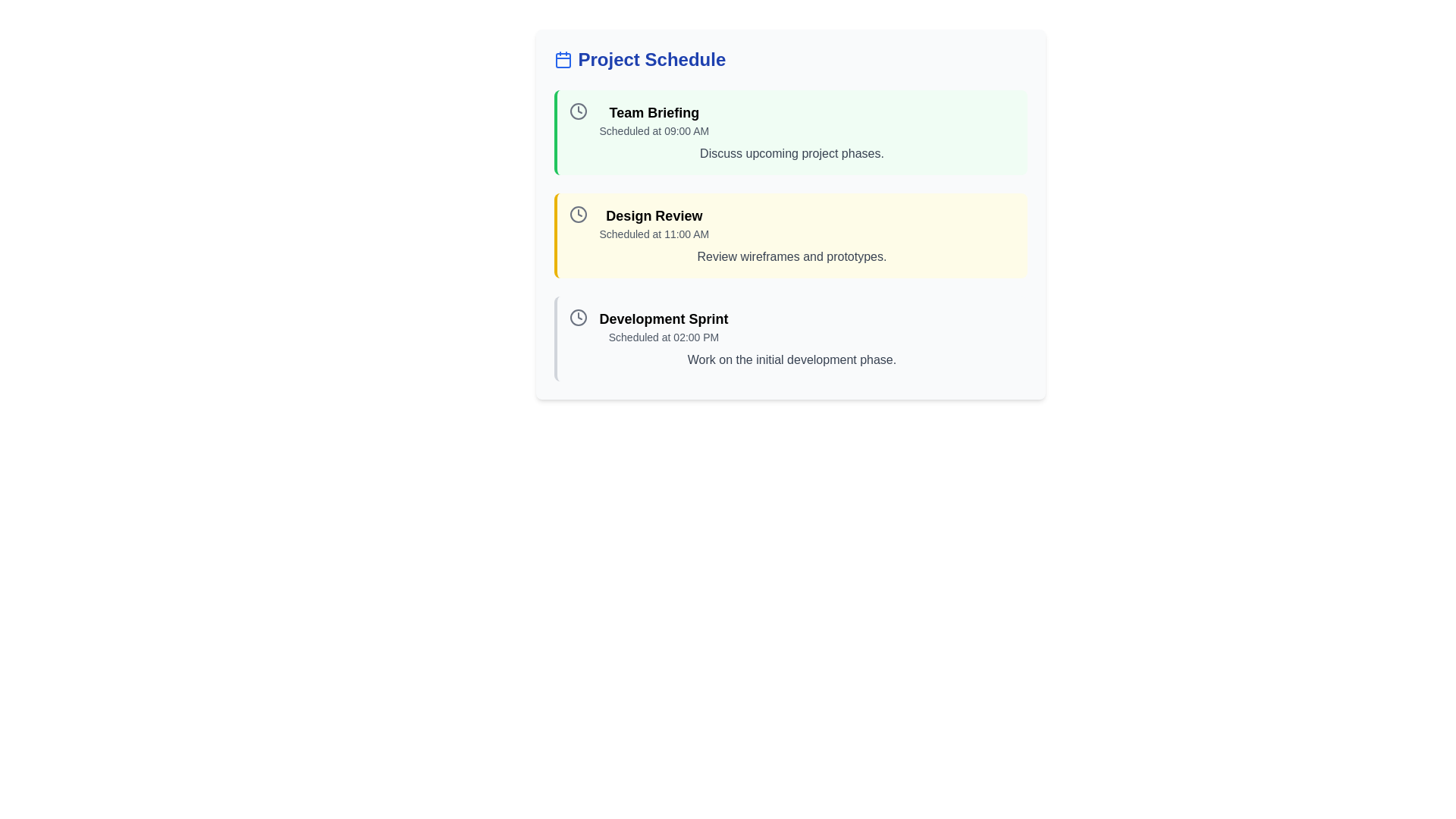 The width and height of the screenshot is (1456, 819). What do you see at coordinates (654, 234) in the screenshot?
I see `scheduled time information label for the 'Design Review' event located directly below the 'Design Review' title in the Project Schedule section` at bounding box center [654, 234].